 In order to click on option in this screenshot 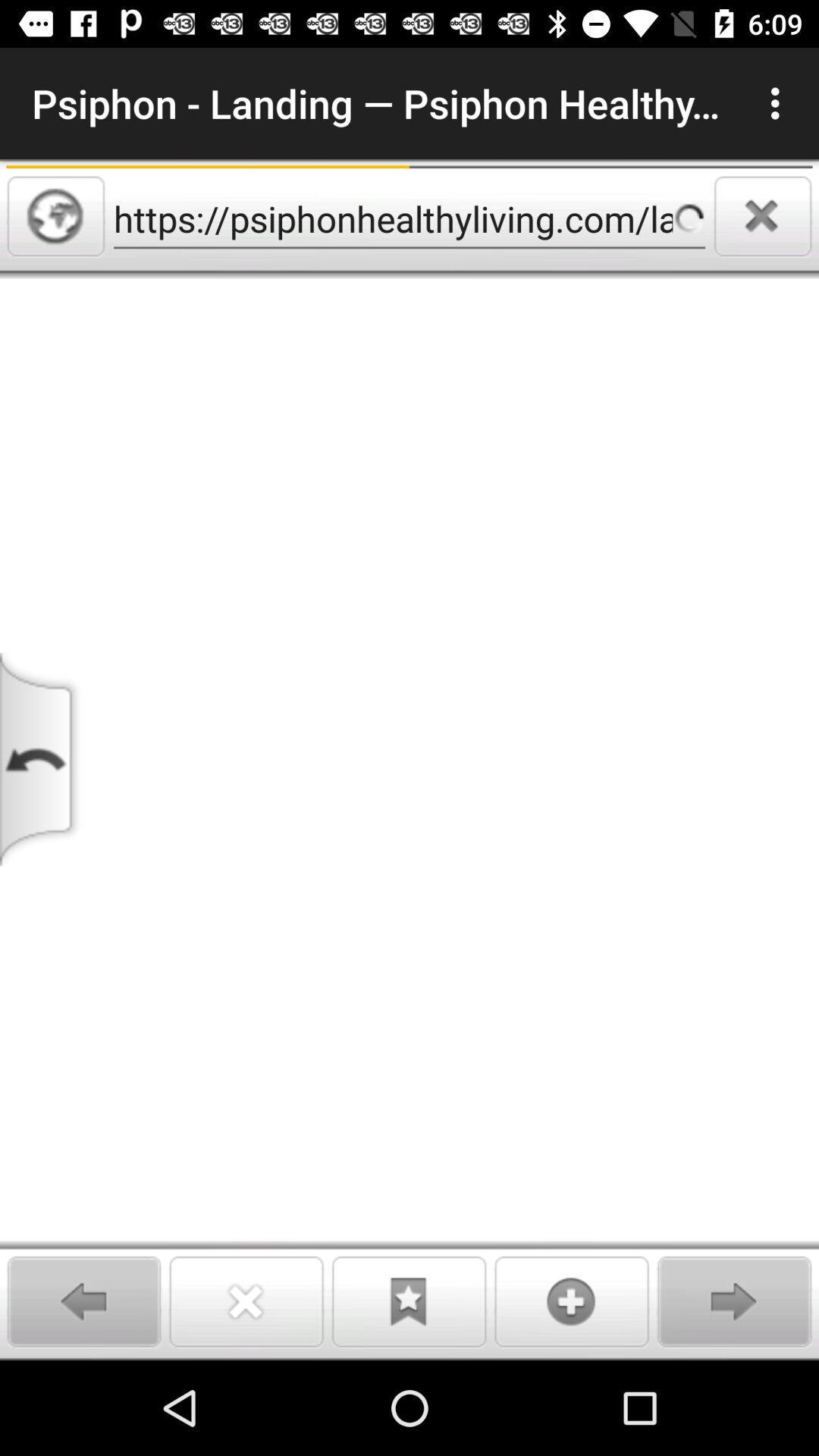, I will do `click(572, 1301)`.